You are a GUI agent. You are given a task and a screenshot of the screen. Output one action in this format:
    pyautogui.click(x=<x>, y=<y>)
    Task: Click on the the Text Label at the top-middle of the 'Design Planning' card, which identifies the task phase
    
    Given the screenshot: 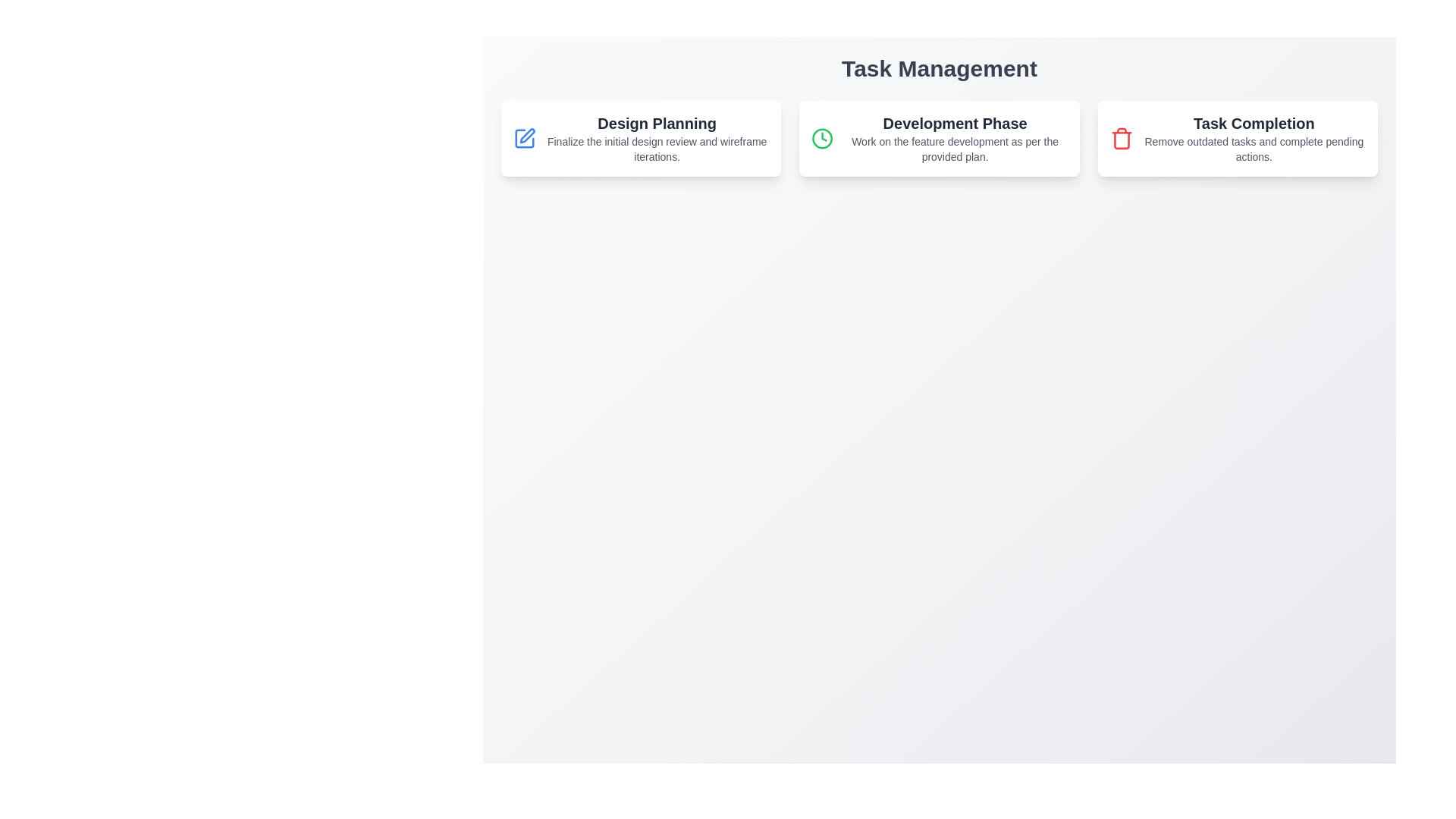 What is the action you would take?
    pyautogui.click(x=657, y=122)
    